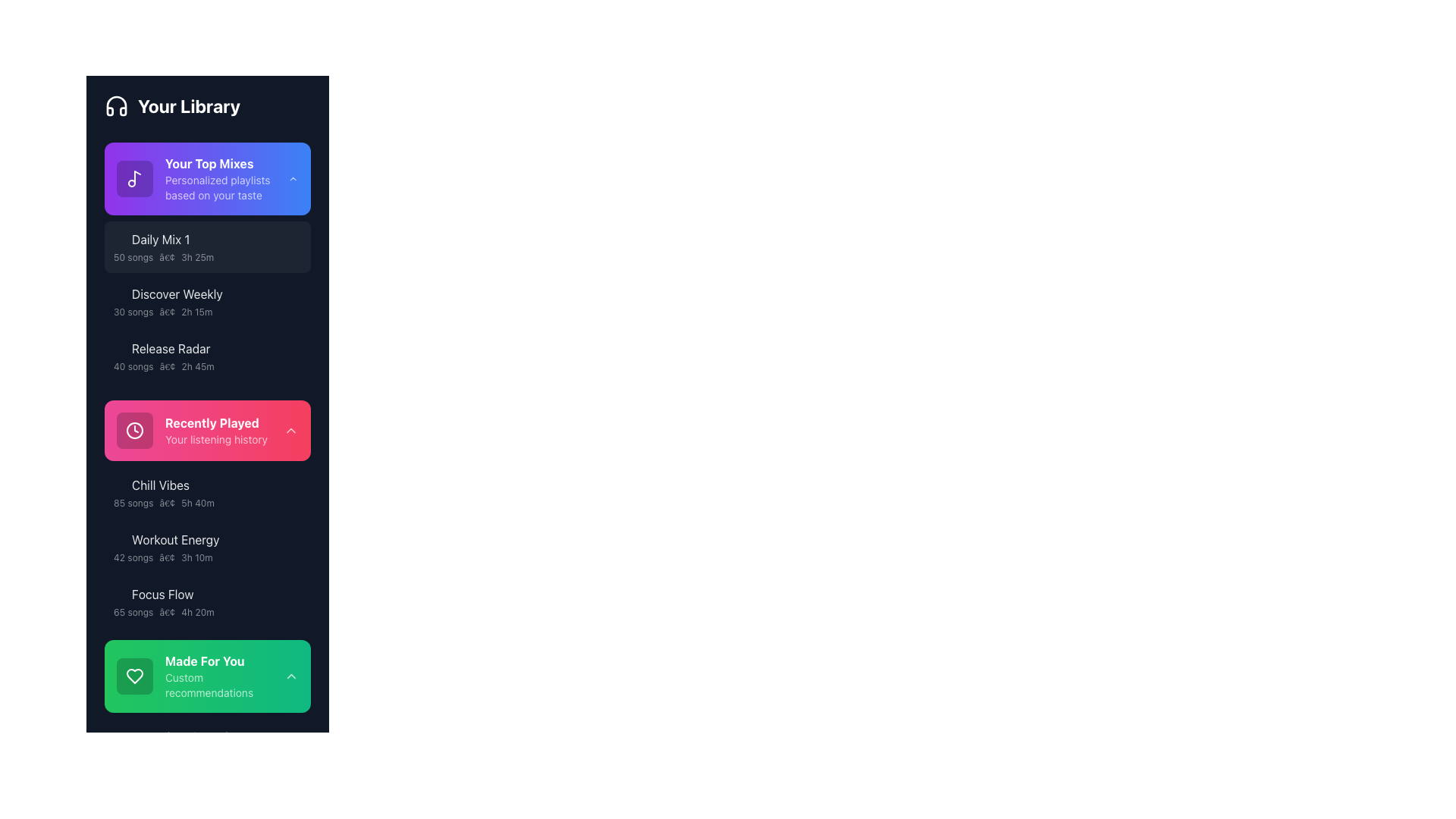  What do you see at coordinates (199, 294) in the screenshot?
I see `the 'Discover Weekly' text label located in the left sidebar under 'Your Library'` at bounding box center [199, 294].